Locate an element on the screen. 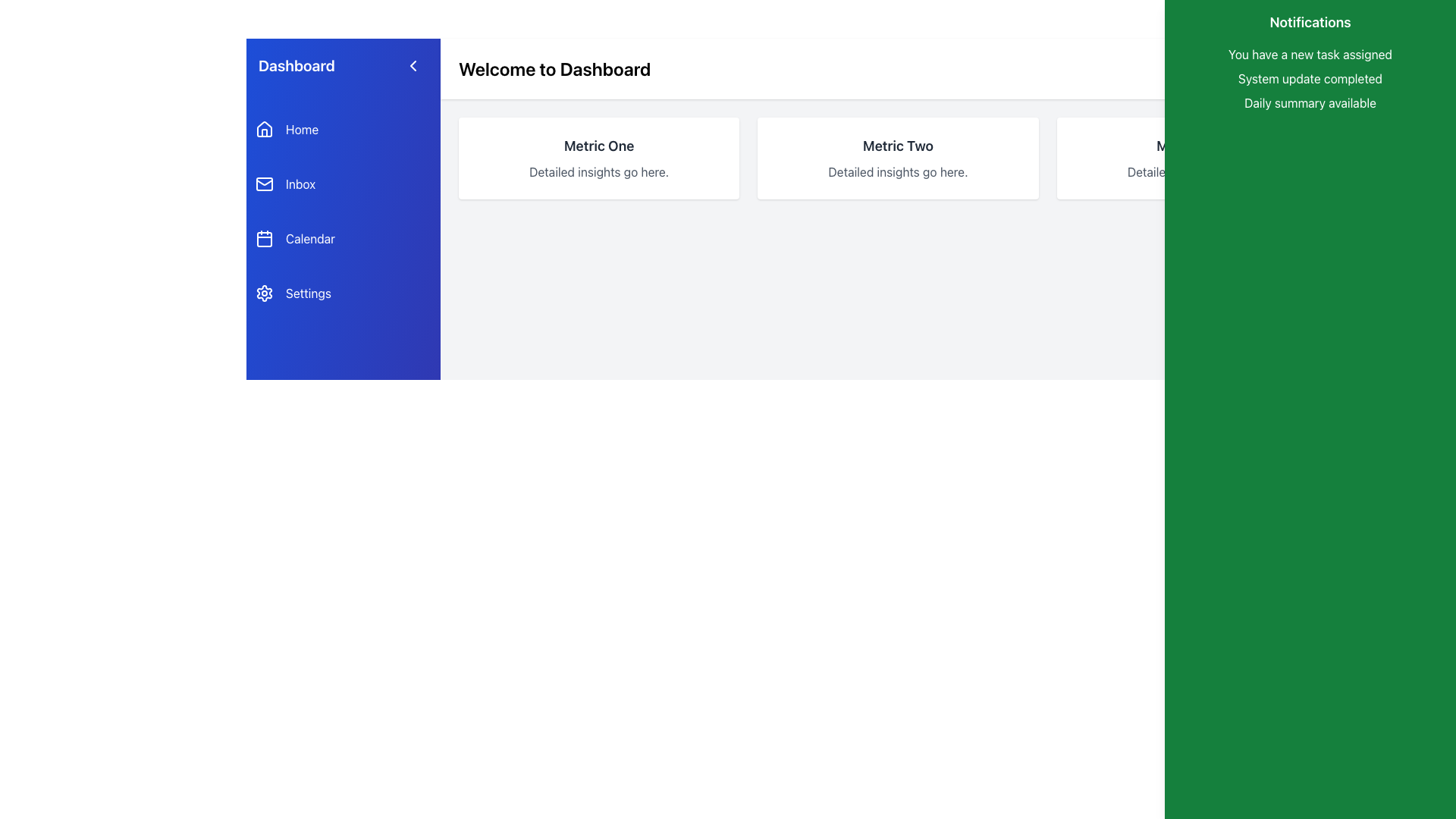 This screenshot has width=1456, height=819. the 'Calendar' icon in the vertical navigation menu, which is the second item inside the 'Calendar' button is located at coordinates (265, 239).